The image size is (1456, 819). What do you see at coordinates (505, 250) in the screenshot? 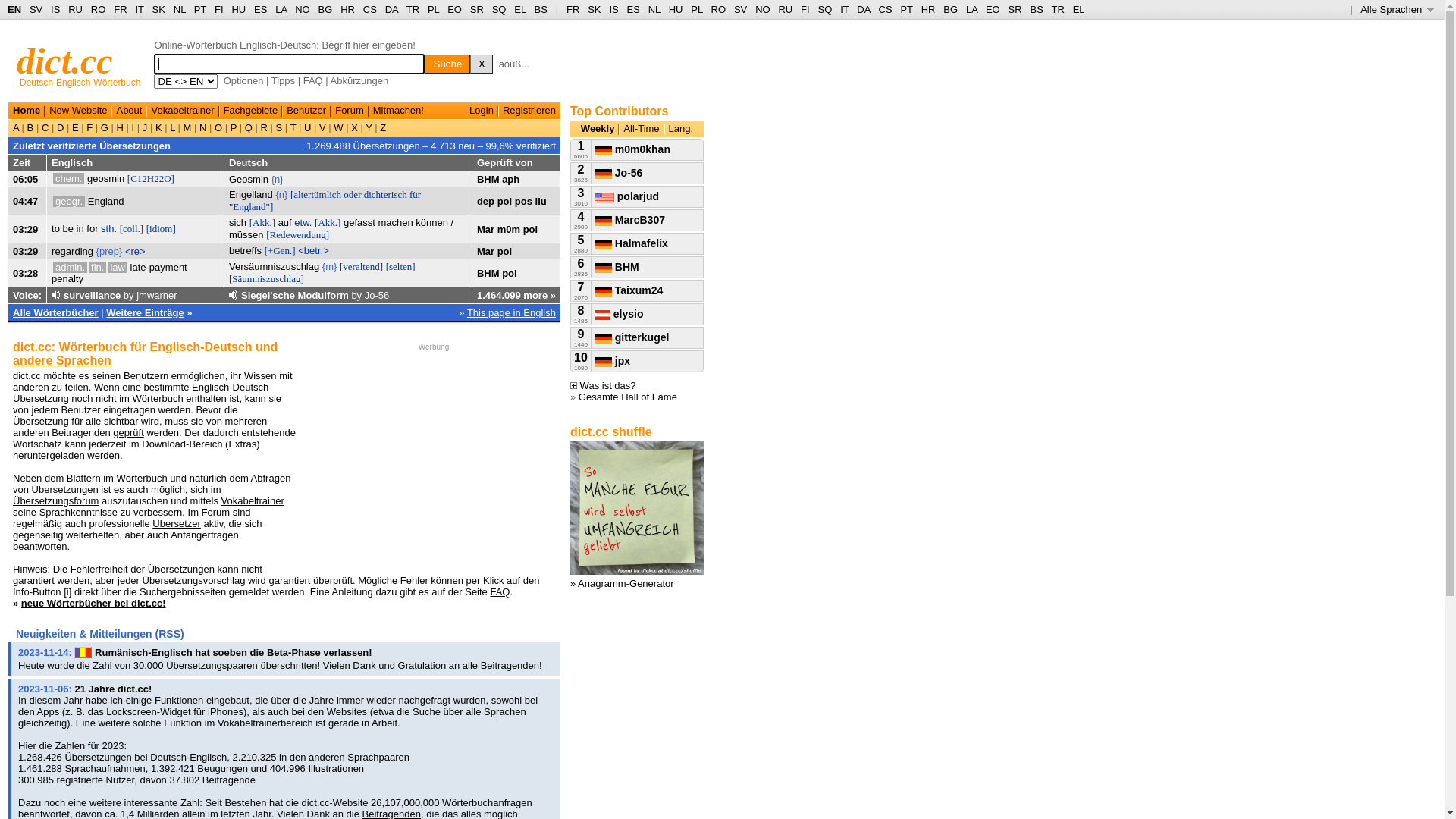
I see `'pol'` at bounding box center [505, 250].